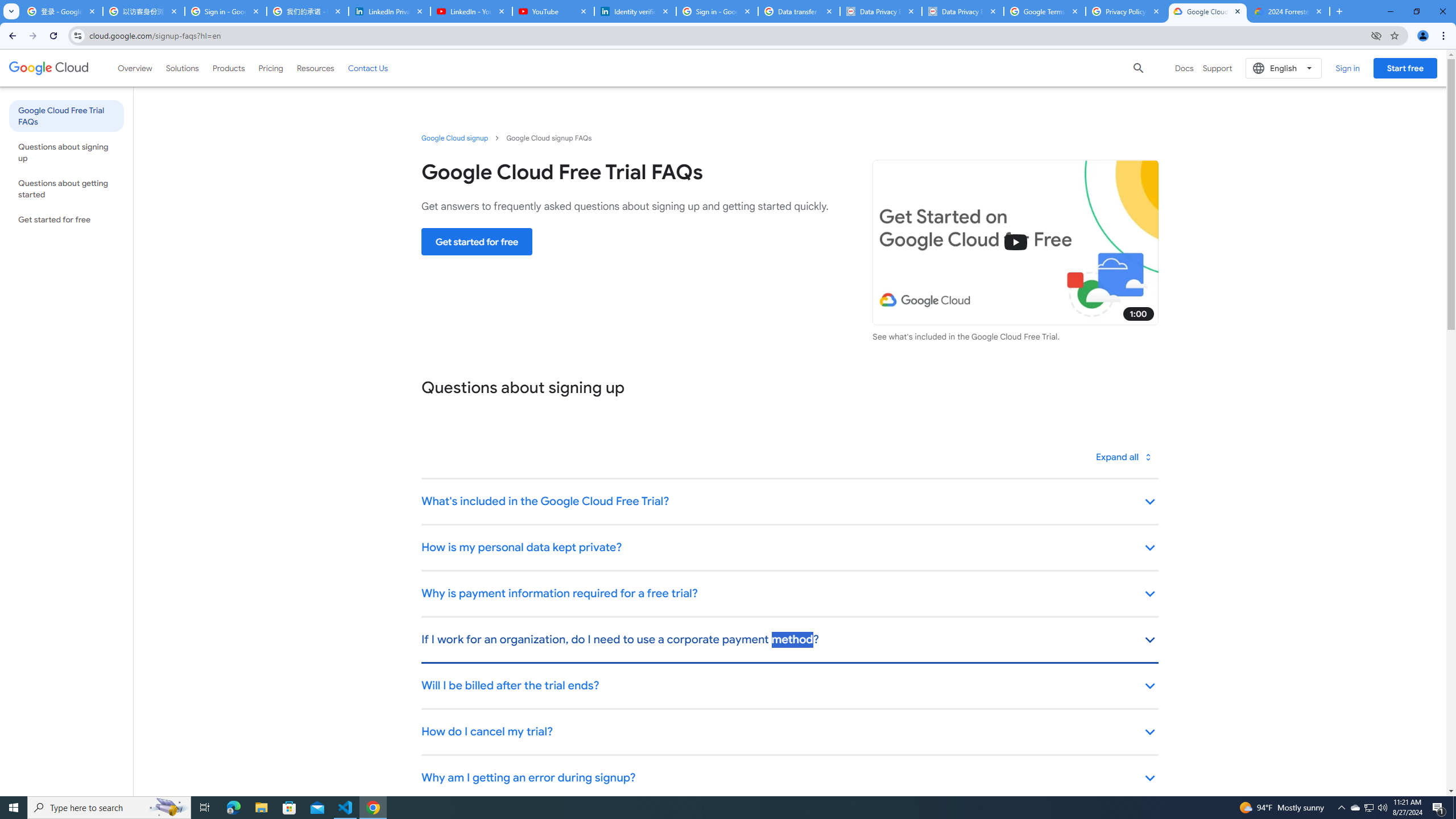 The image size is (1456, 819). What do you see at coordinates (552, 11) in the screenshot?
I see `'YouTube'` at bounding box center [552, 11].